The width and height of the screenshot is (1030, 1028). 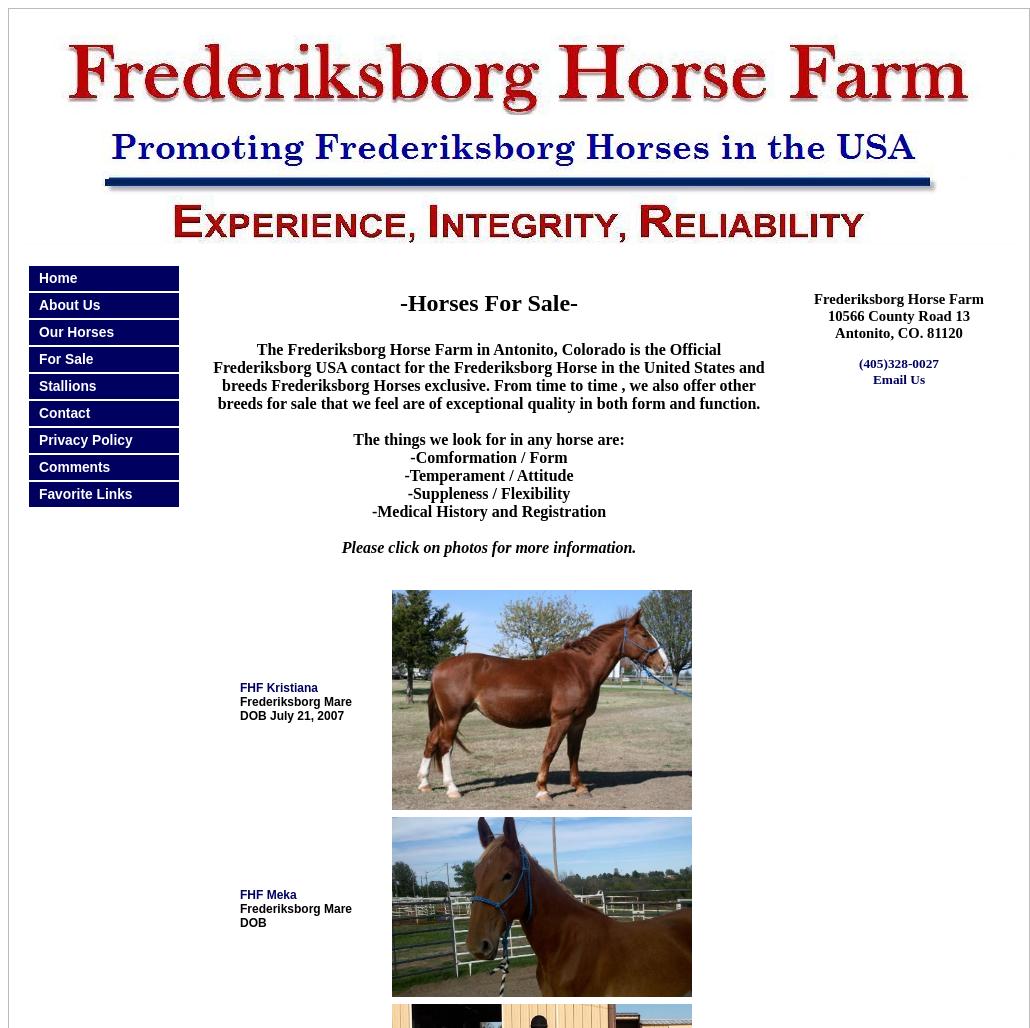 I want to click on '-Horses For Sale-', so click(x=487, y=302).